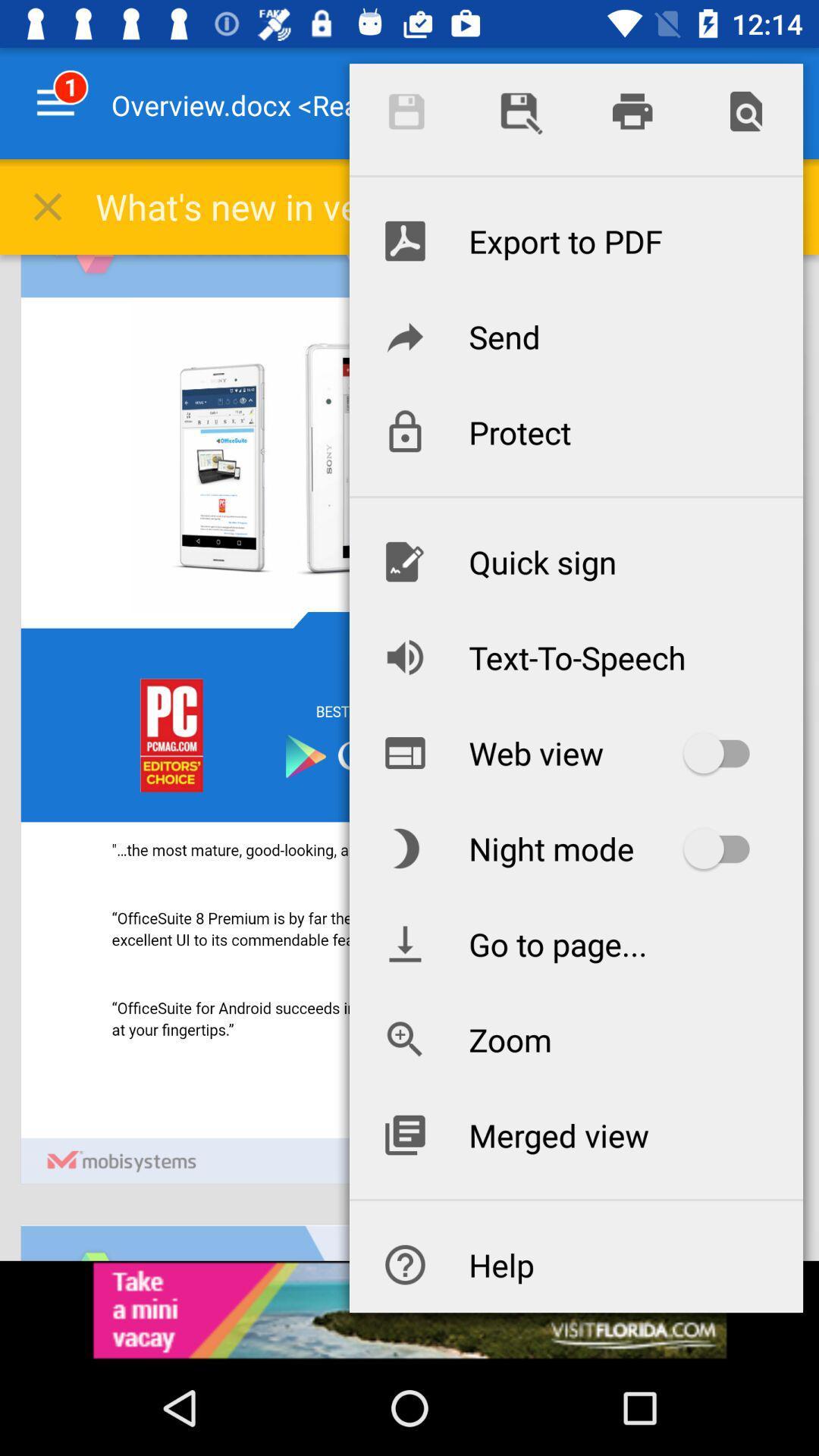  Describe the element at coordinates (576, 431) in the screenshot. I see `item below the send item` at that location.